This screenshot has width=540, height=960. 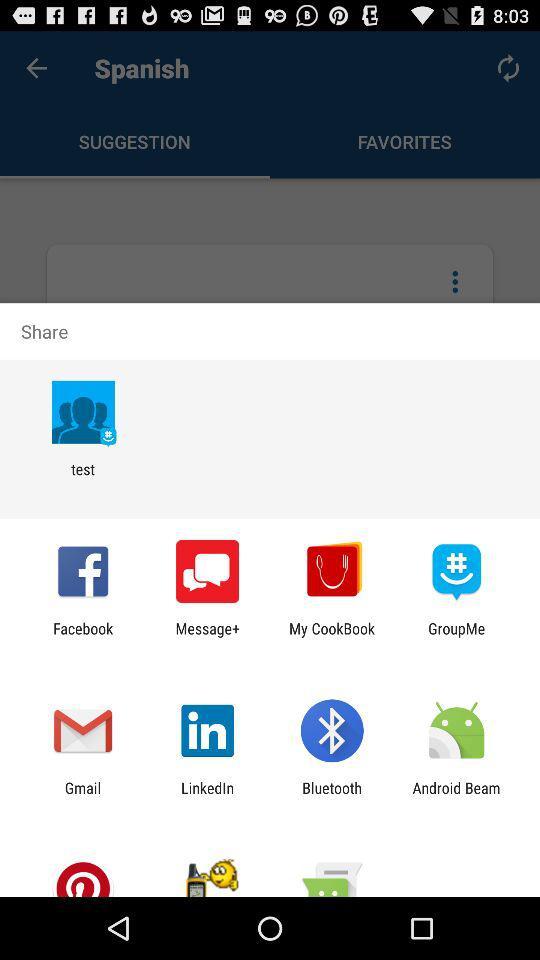 I want to click on item next to bluetooth app, so click(x=456, y=796).